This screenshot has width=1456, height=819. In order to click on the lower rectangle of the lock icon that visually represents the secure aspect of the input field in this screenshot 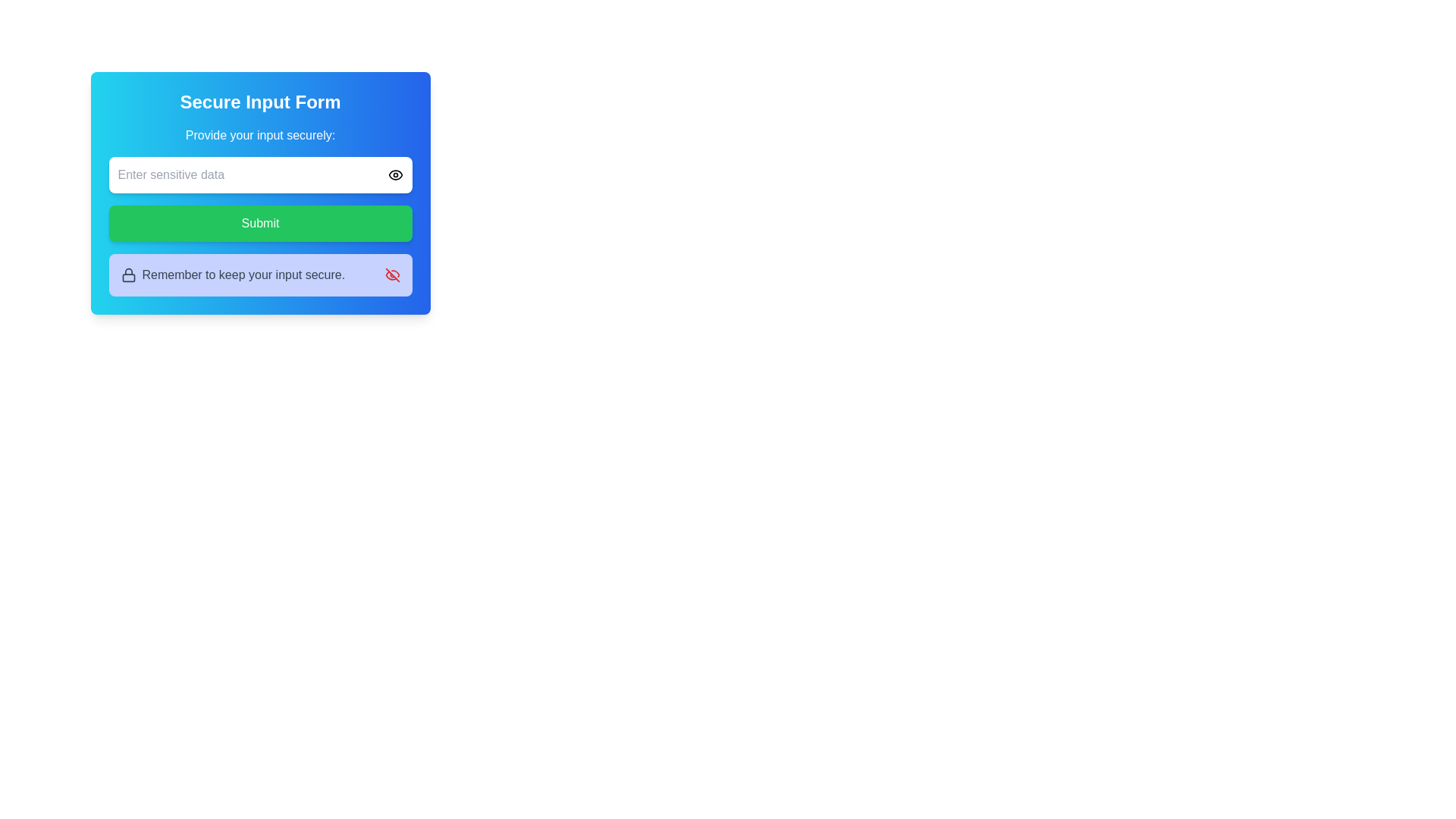, I will do `click(128, 278)`.